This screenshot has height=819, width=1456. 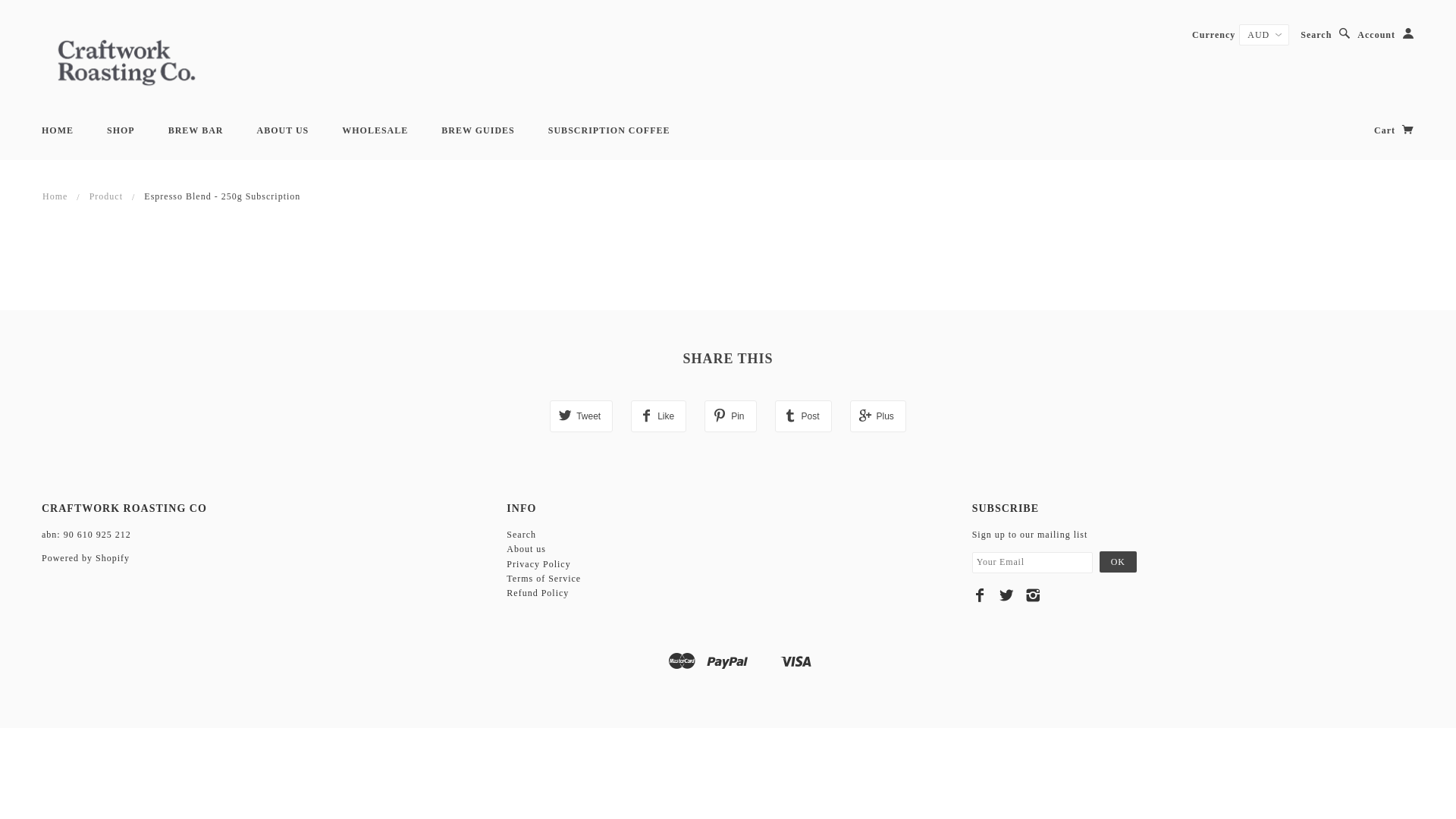 I want to click on 'Instagram', so click(x=1032, y=595).